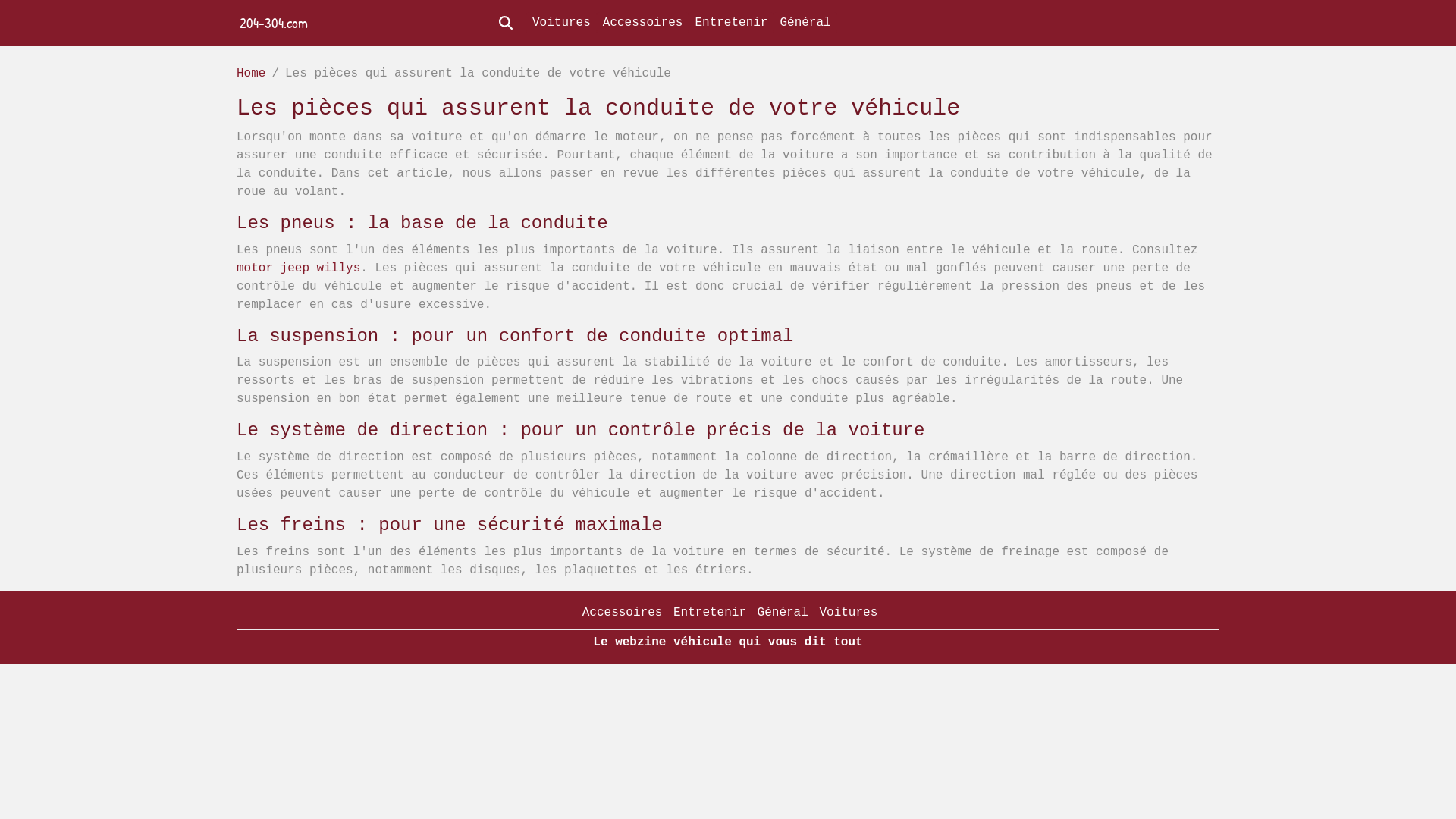 The width and height of the screenshot is (1456, 819). Describe the element at coordinates (847, 611) in the screenshot. I see `'Voitures'` at that location.